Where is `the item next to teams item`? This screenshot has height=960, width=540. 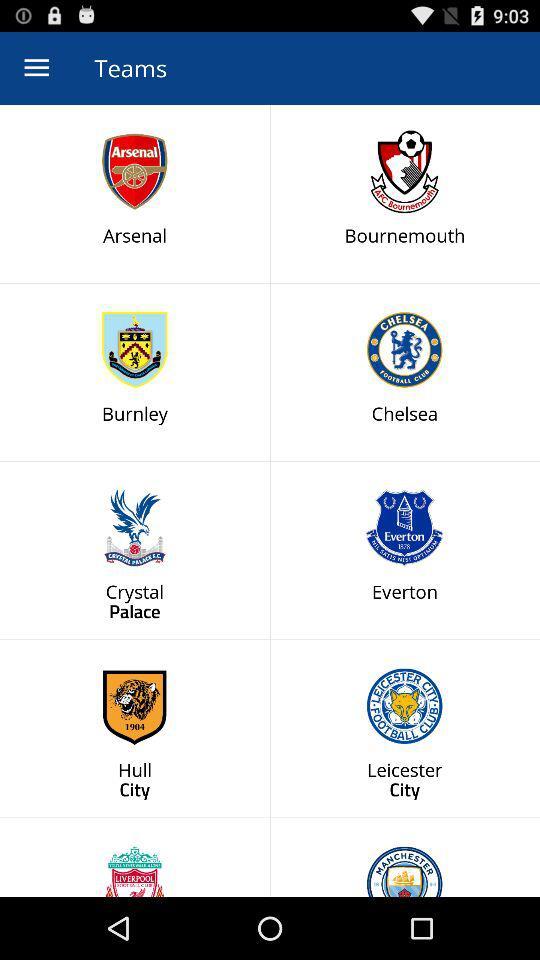 the item next to teams item is located at coordinates (36, 68).